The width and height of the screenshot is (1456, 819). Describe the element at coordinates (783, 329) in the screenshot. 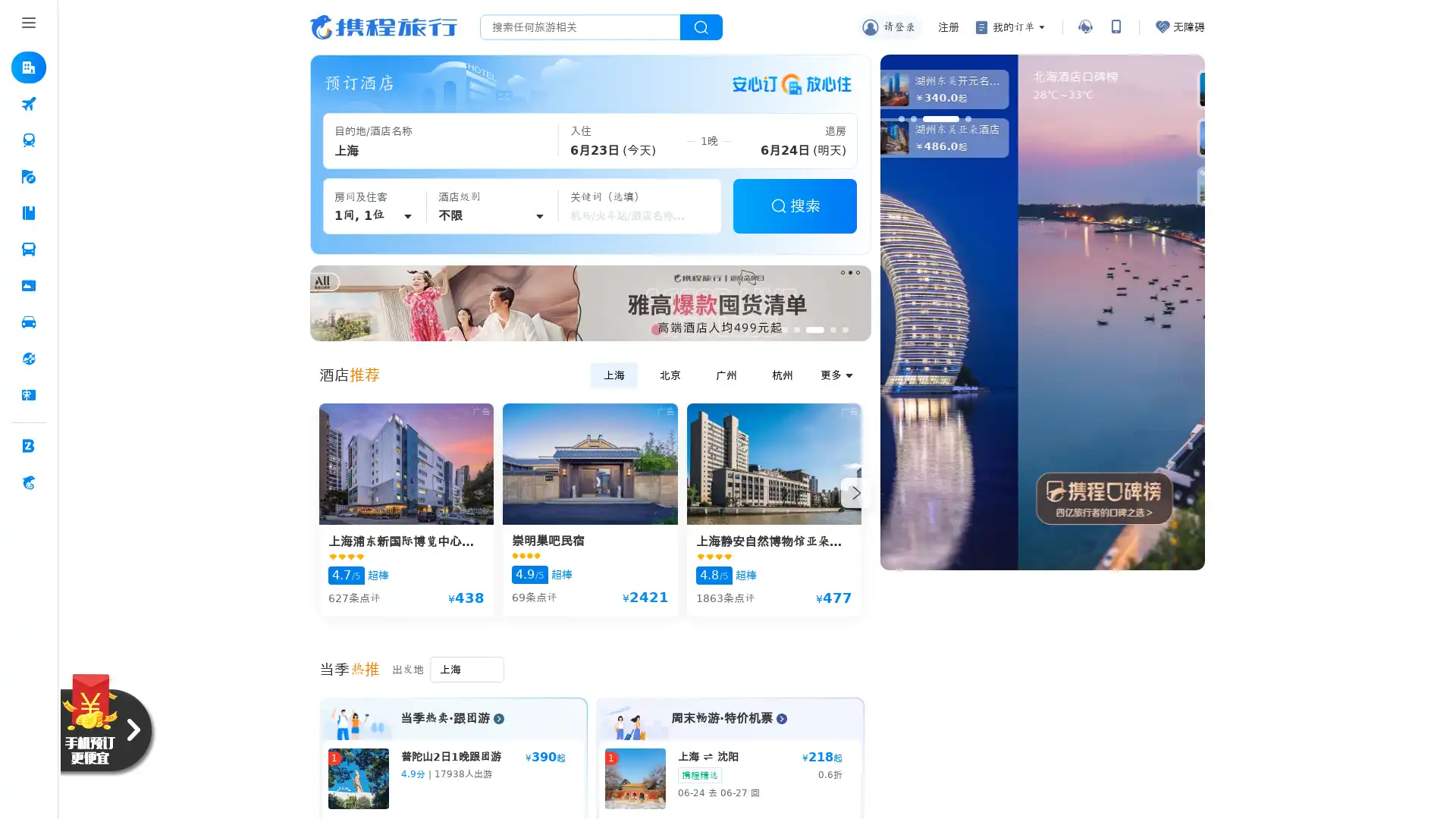

I see `Go to slide 1` at that location.